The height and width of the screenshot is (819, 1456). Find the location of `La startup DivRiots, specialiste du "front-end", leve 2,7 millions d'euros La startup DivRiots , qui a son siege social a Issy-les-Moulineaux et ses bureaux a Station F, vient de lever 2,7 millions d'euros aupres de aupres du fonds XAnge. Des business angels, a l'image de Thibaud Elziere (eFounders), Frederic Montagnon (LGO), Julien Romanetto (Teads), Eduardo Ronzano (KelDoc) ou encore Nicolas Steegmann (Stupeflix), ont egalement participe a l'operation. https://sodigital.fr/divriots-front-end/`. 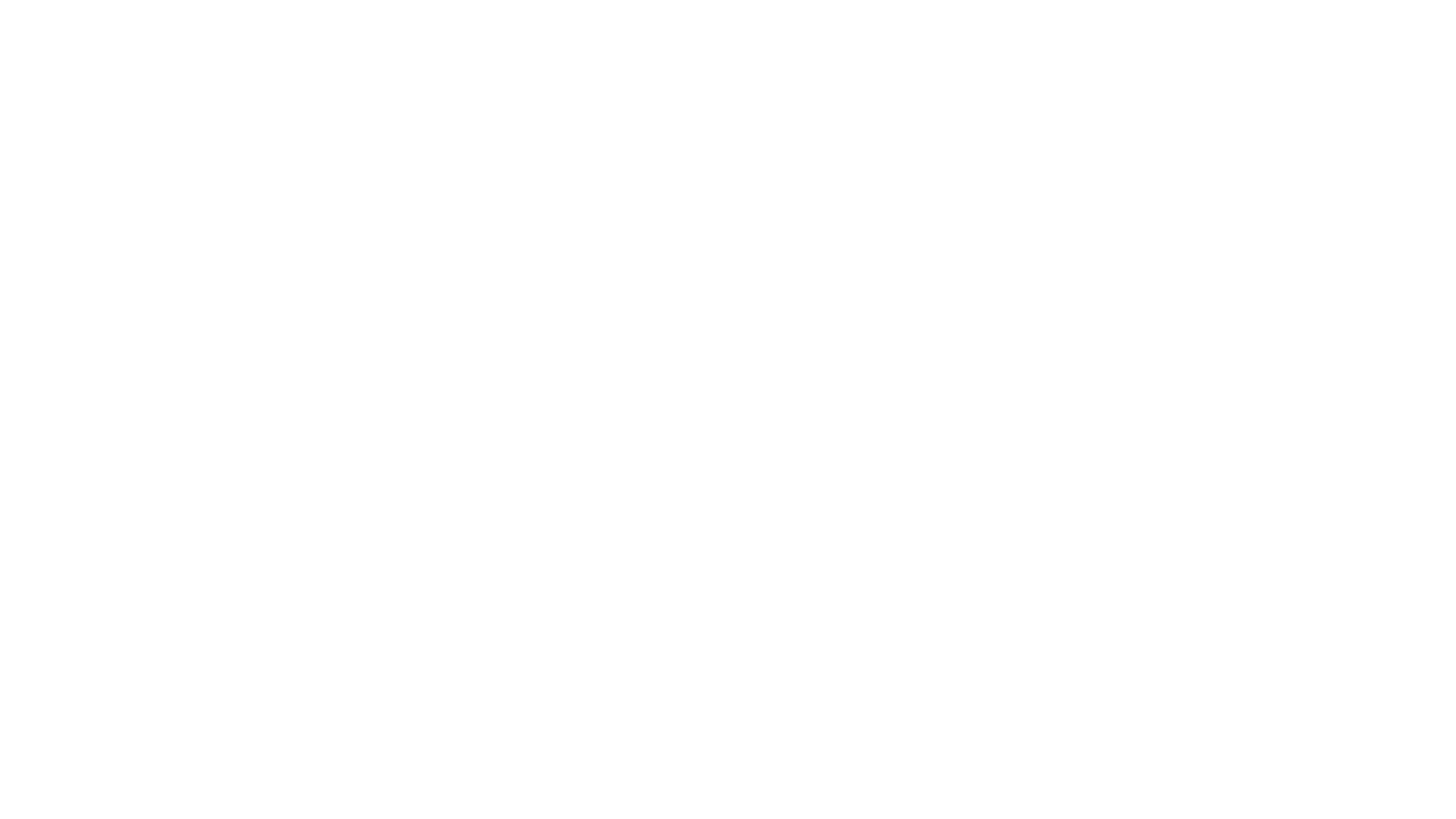

La startup DivRiots, specialiste du "front-end", leve 2,7 millions d'euros La startup DivRiots , qui a son siege social a Issy-les-Moulineaux et ses bureaux a Station F, vient de lever 2,7 millions d'euros aupres de aupres du fonds XAnge. Des business angels, a l'image de Thibaud Elziere (eFounders), Frederic Montagnon (LGO), Julien Romanetto (Teads), Eduardo Ronzano (KelDoc) ou encore Nicolas Steegmann (Stupeflix), ont egalement participe a l'operation. https://sodigital.fr/divriots-front-end/ is located at coordinates (728, 456).